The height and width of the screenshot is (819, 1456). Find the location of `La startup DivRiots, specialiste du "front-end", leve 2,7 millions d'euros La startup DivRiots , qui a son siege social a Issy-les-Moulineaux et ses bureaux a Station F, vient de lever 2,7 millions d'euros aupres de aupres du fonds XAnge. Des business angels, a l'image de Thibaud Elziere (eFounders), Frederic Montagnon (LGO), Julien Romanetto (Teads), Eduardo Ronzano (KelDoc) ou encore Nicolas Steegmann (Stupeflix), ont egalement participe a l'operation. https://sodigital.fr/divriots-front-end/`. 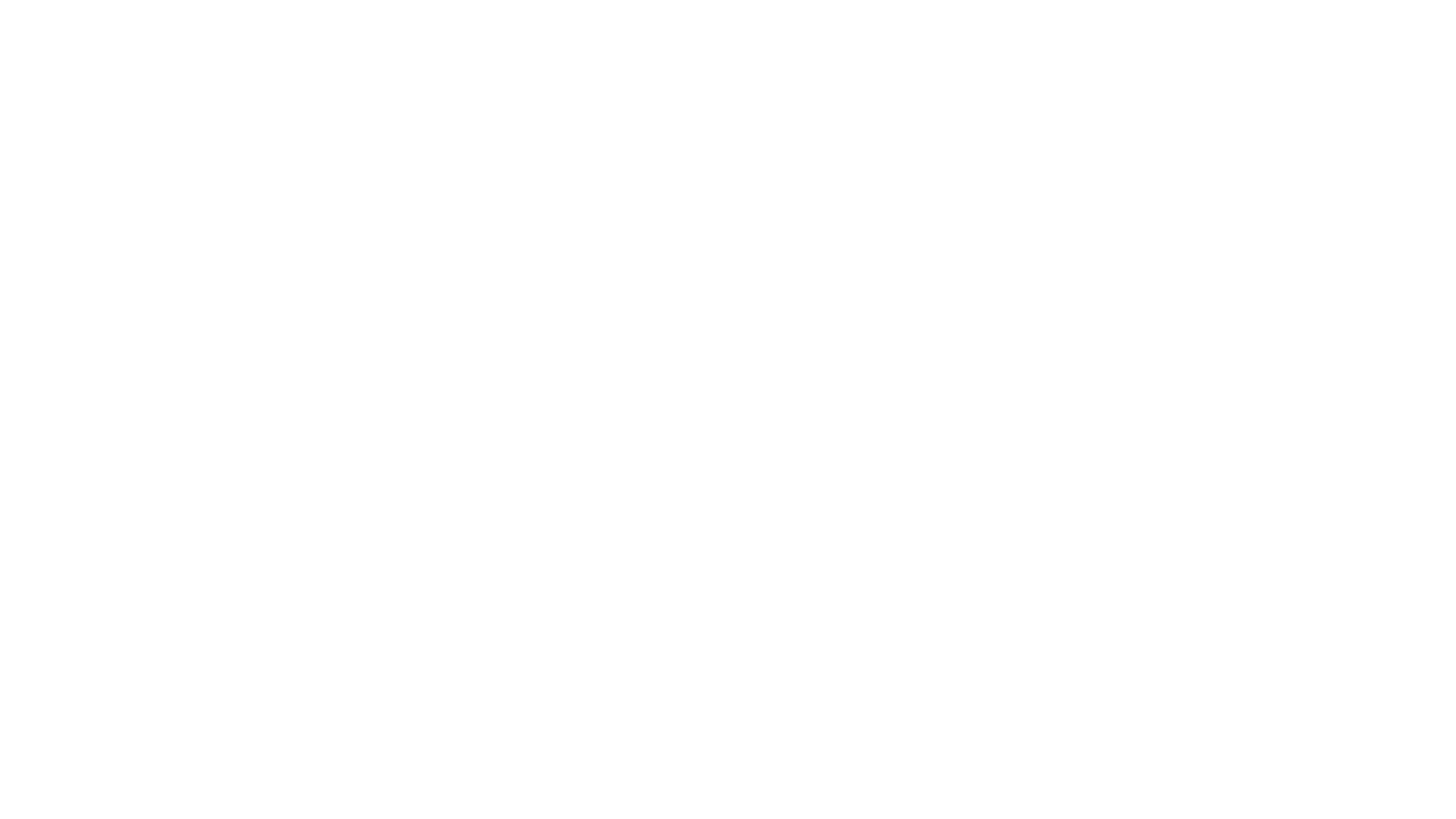

La startup DivRiots, specialiste du "front-end", leve 2,7 millions d'euros La startup DivRiots , qui a son siege social a Issy-les-Moulineaux et ses bureaux a Station F, vient de lever 2,7 millions d'euros aupres de aupres du fonds XAnge. Des business angels, a l'image de Thibaud Elziere (eFounders), Frederic Montagnon (LGO), Julien Romanetto (Teads), Eduardo Ronzano (KelDoc) ou encore Nicolas Steegmann (Stupeflix), ont egalement participe a l'operation. https://sodigital.fr/divriots-front-end/ is located at coordinates (728, 456).